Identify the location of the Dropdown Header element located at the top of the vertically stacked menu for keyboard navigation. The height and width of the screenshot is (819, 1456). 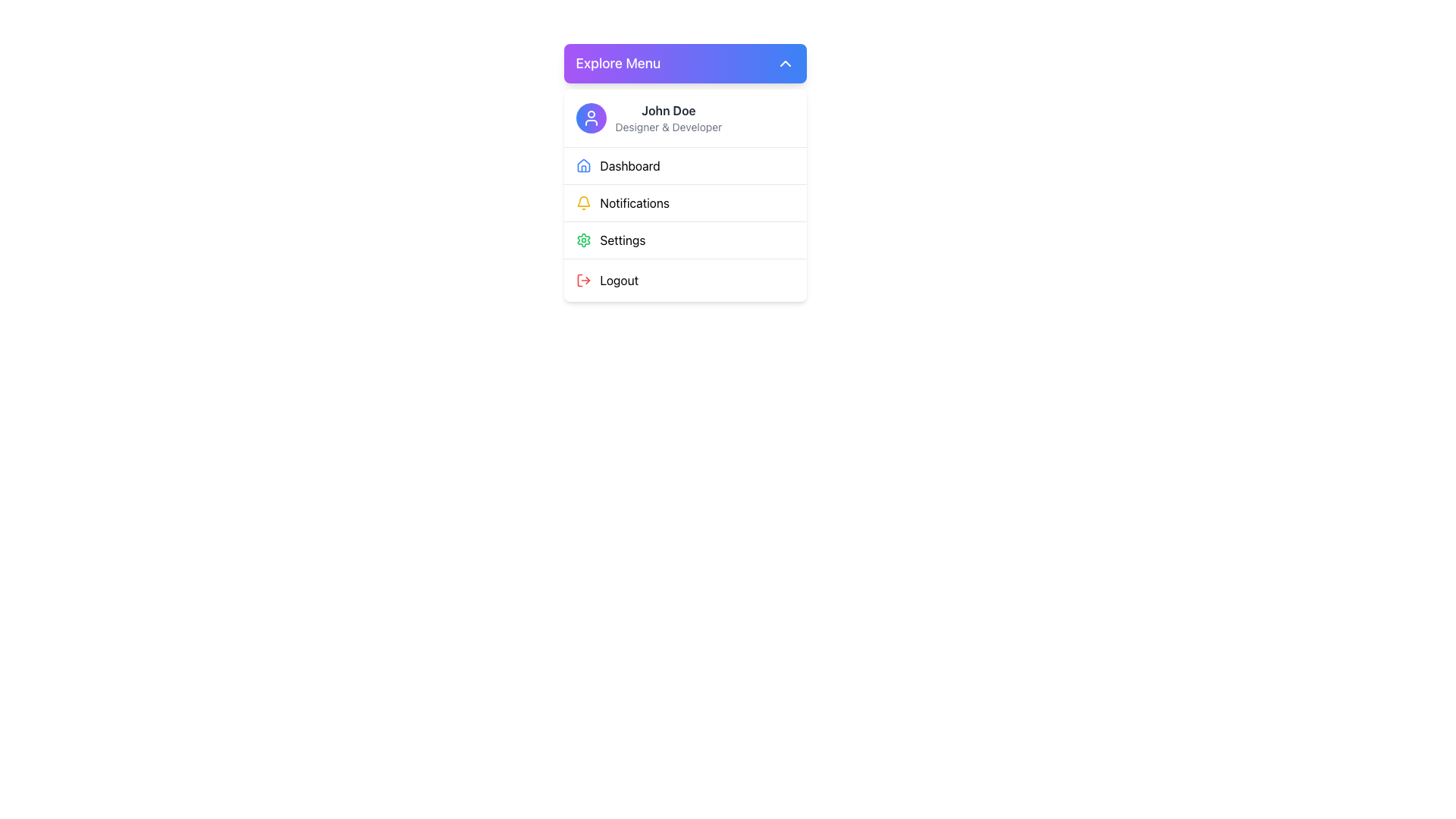
(684, 63).